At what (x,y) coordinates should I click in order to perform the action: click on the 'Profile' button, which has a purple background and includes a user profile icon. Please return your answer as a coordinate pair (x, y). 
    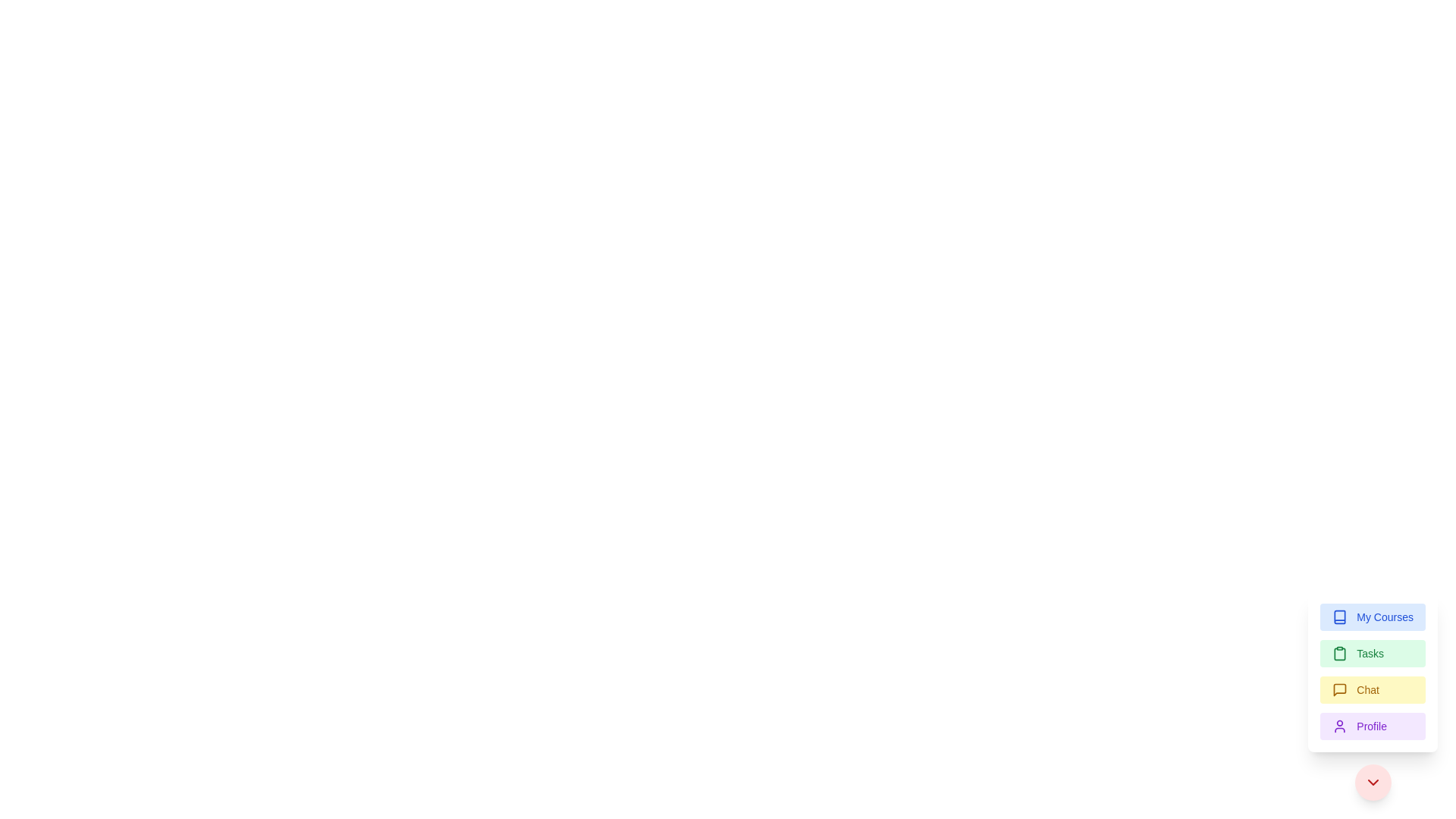
    Looking at the image, I should click on (1373, 725).